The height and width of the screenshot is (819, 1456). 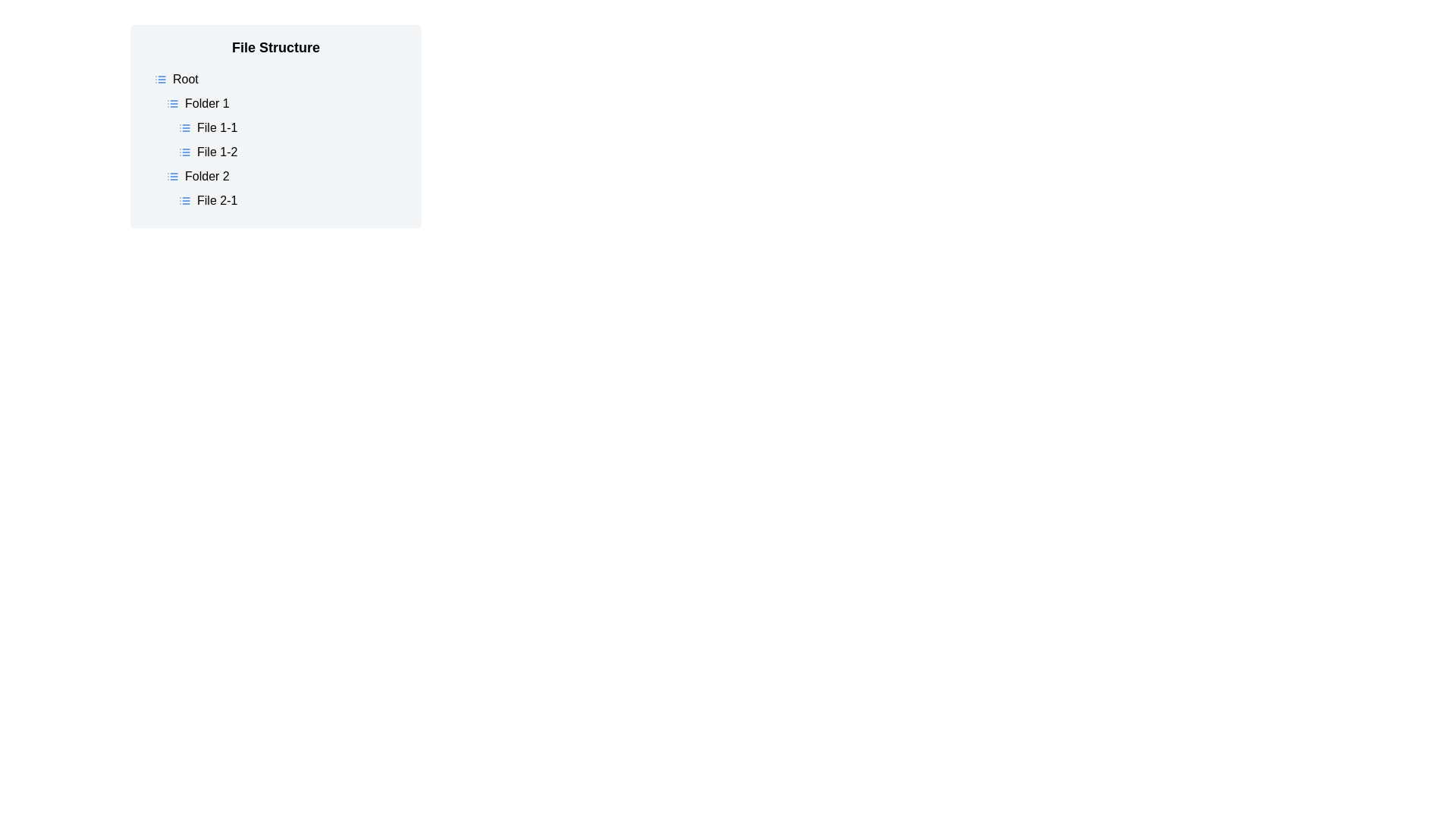 I want to click on the small rectangular icon with a blue outline located to the left of the text 'File 2-1', which resembles a list icon, so click(x=184, y=200).